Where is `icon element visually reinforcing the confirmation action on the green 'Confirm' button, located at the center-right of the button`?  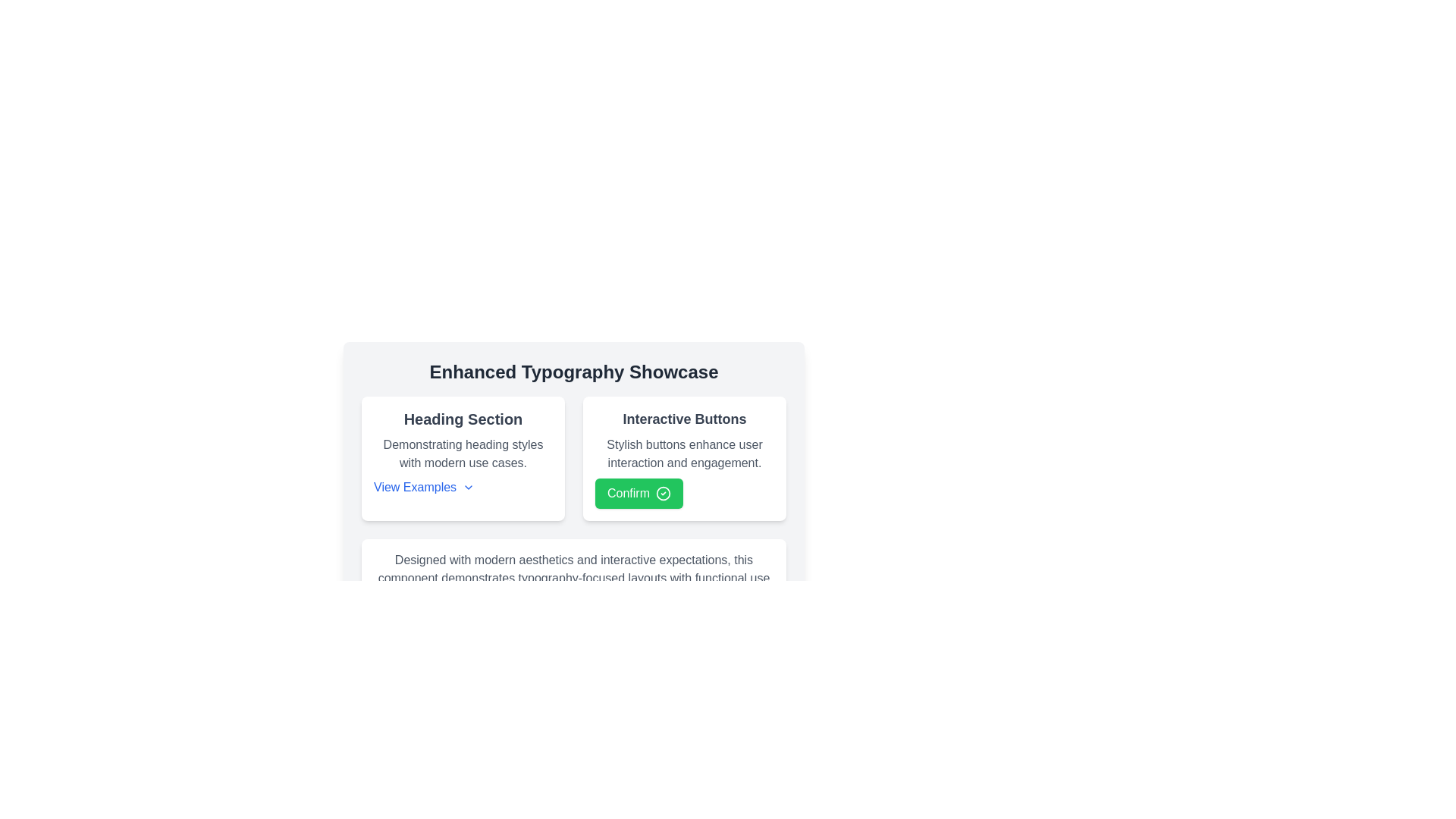
icon element visually reinforcing the confirmation action on the green 'Confirm' button, located at the center-right of the button is located at coordinates (663, 494).